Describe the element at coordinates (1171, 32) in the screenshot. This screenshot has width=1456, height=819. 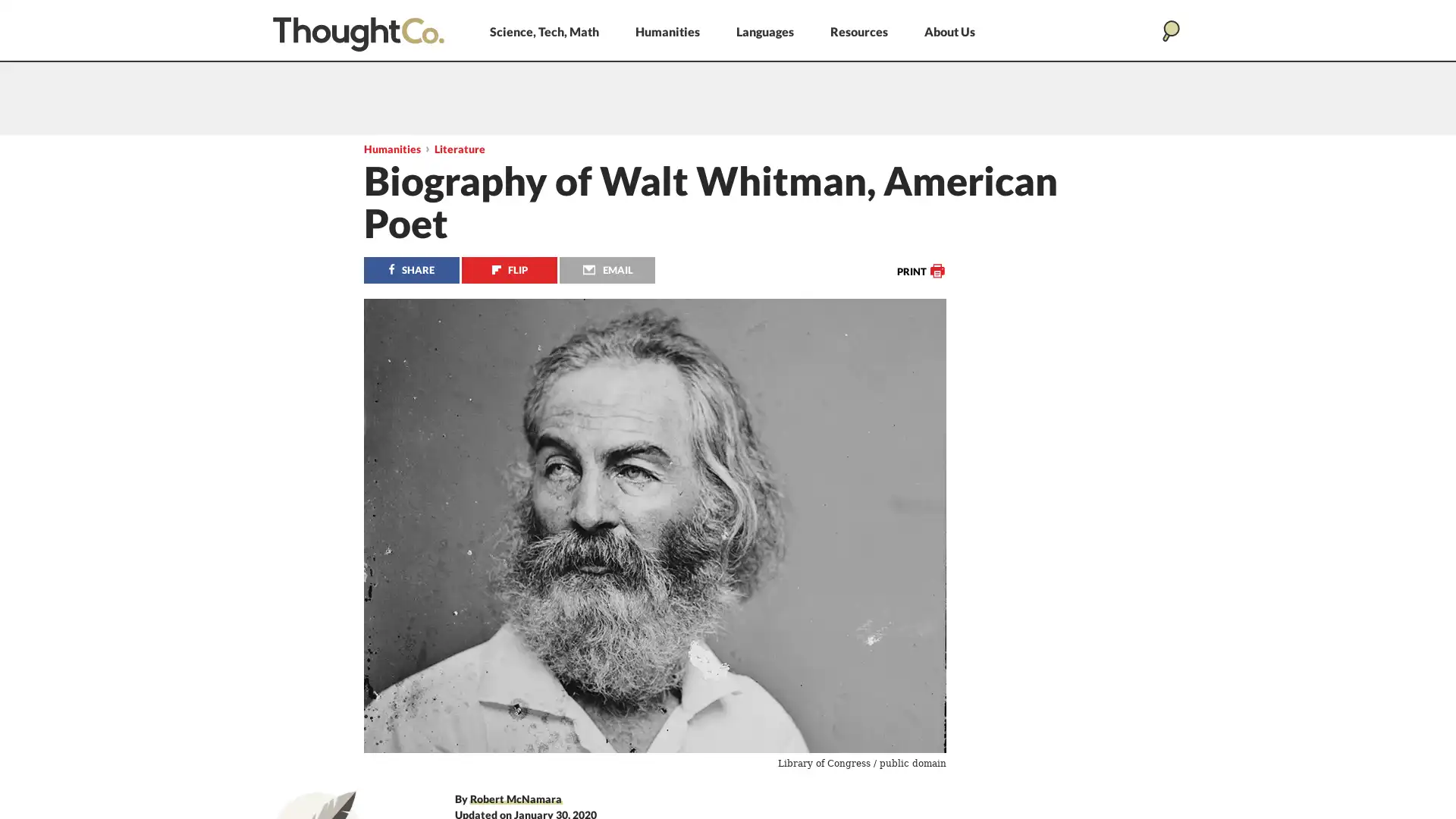
I see `Search` at that location.